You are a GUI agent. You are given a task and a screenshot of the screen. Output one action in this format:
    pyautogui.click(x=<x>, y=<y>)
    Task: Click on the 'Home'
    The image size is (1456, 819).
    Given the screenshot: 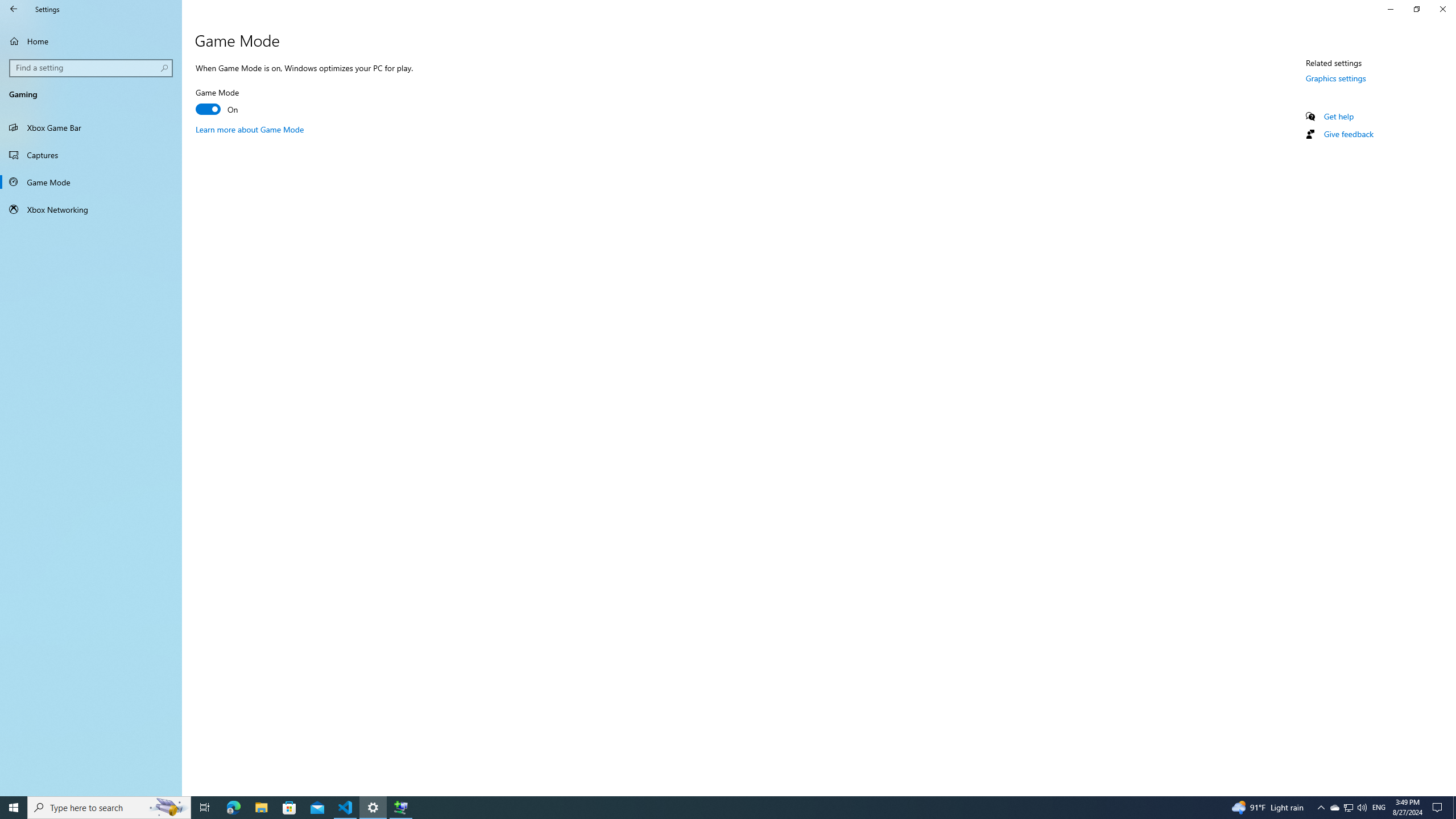 What is the action you would take?
    pyautogui.click(x=90, y=41)
    